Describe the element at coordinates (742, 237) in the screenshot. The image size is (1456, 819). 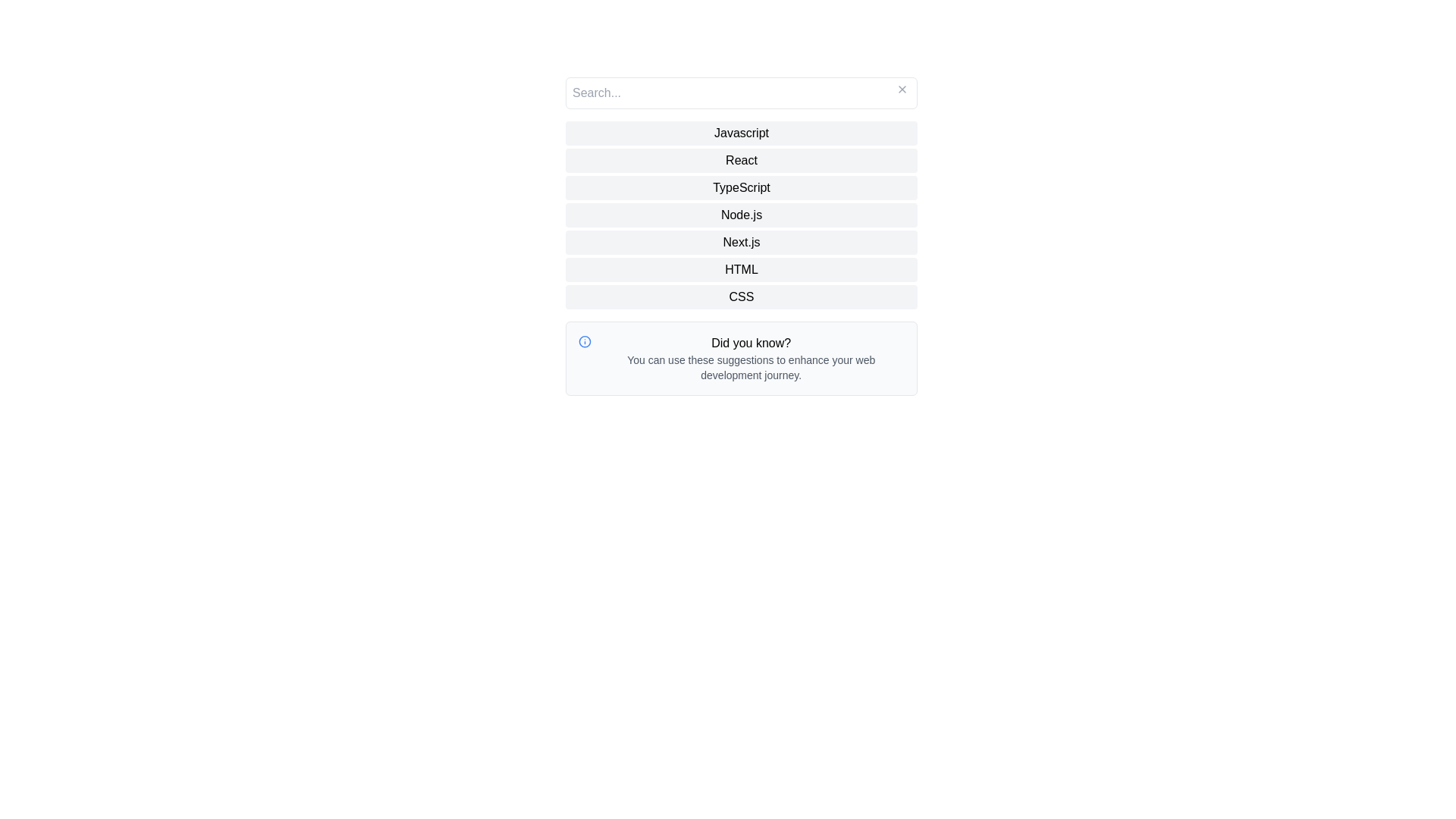
I see `the 'Next.js' button, which is the fifth item in a vertically stacked list` at that location.